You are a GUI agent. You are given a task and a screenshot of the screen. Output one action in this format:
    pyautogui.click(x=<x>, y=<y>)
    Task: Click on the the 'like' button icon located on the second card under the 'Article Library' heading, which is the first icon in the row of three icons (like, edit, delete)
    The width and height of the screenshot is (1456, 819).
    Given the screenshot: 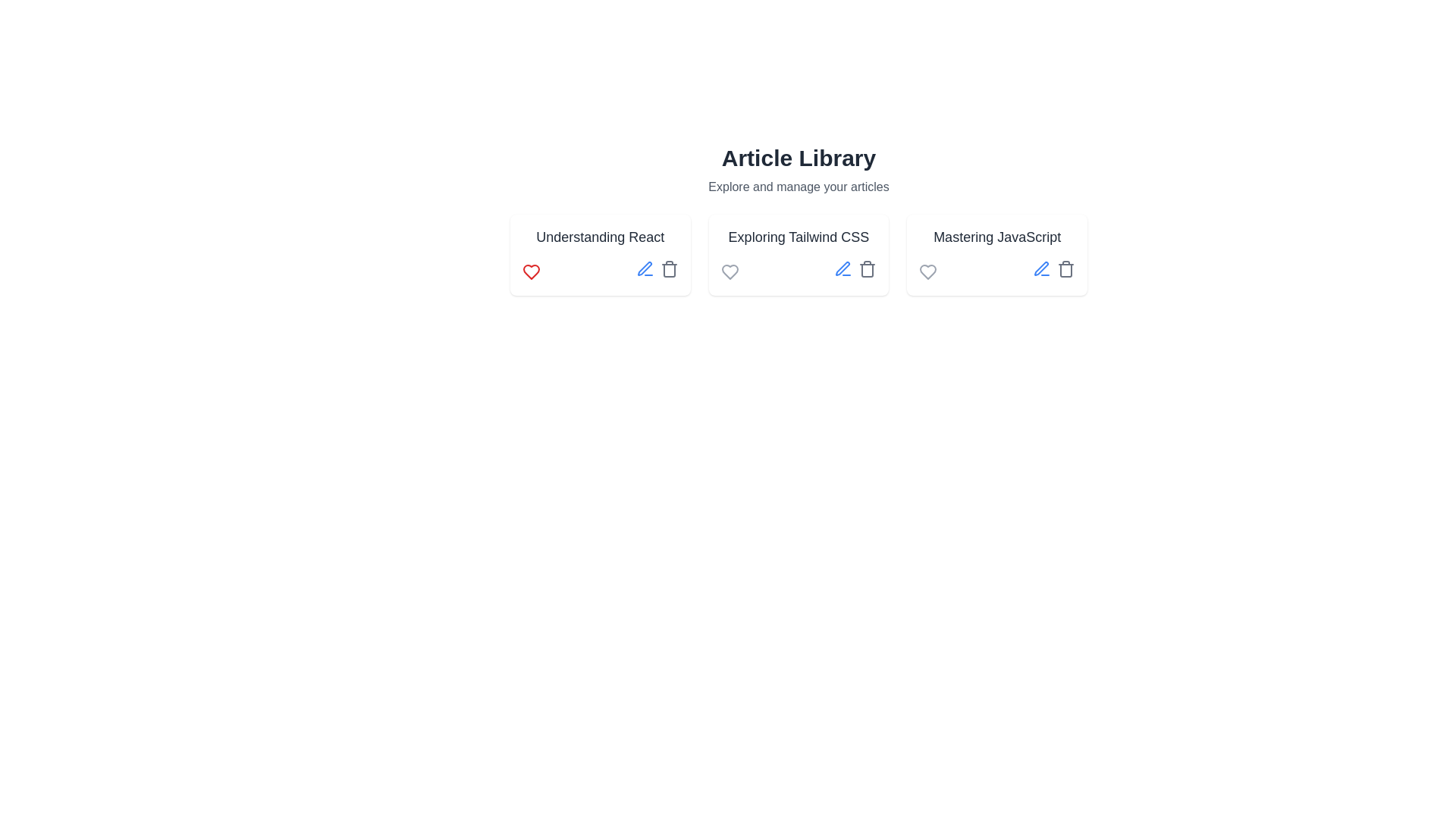 What is the action you would take?
    pyautogui.click(x=730, y=271)
    